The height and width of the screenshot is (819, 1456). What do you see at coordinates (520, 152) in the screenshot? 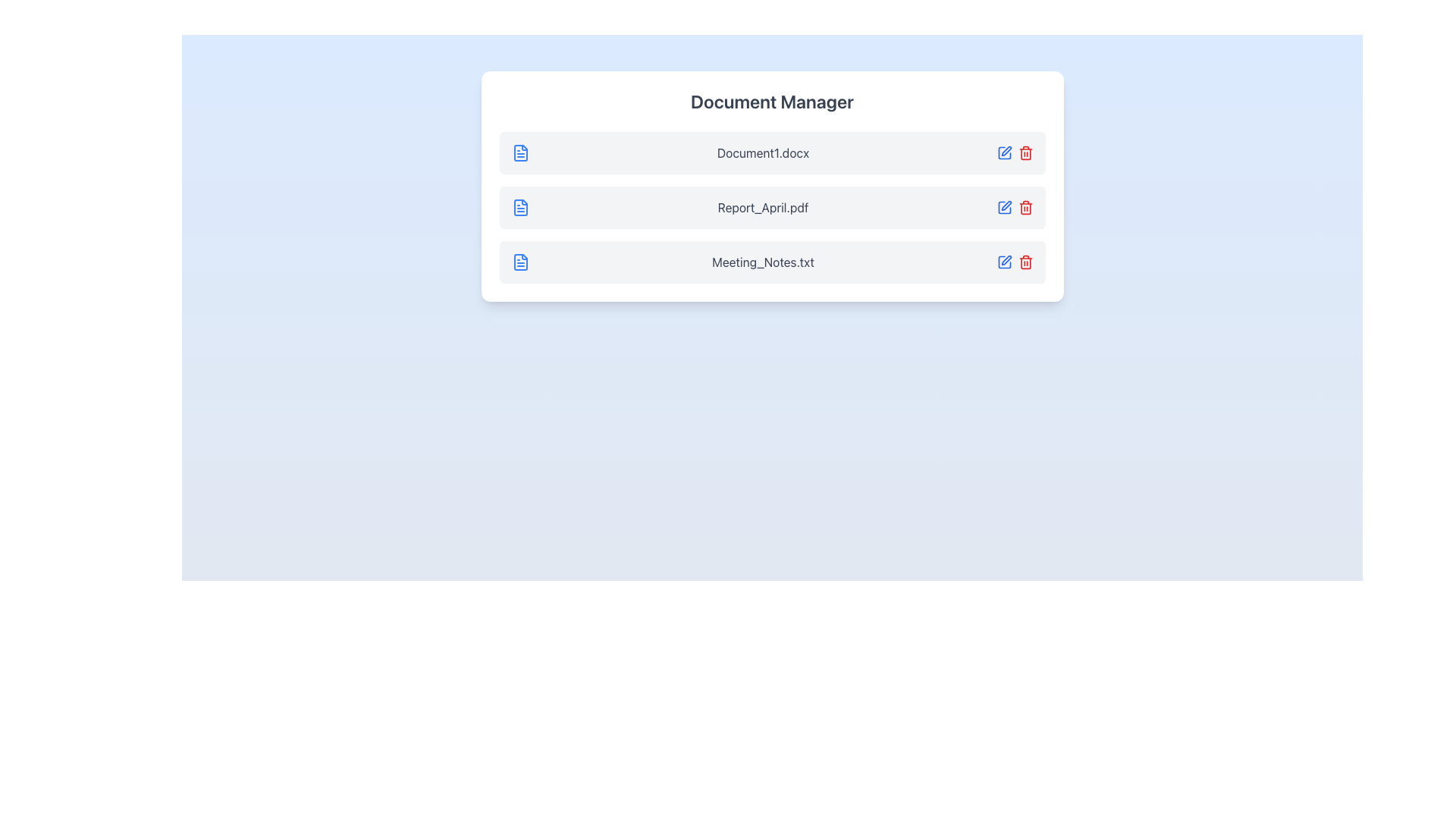
I see `the blue file document icon located to the left of 'Document1.docx', which is the first icon in the document list` at bounding box center [520, 152].